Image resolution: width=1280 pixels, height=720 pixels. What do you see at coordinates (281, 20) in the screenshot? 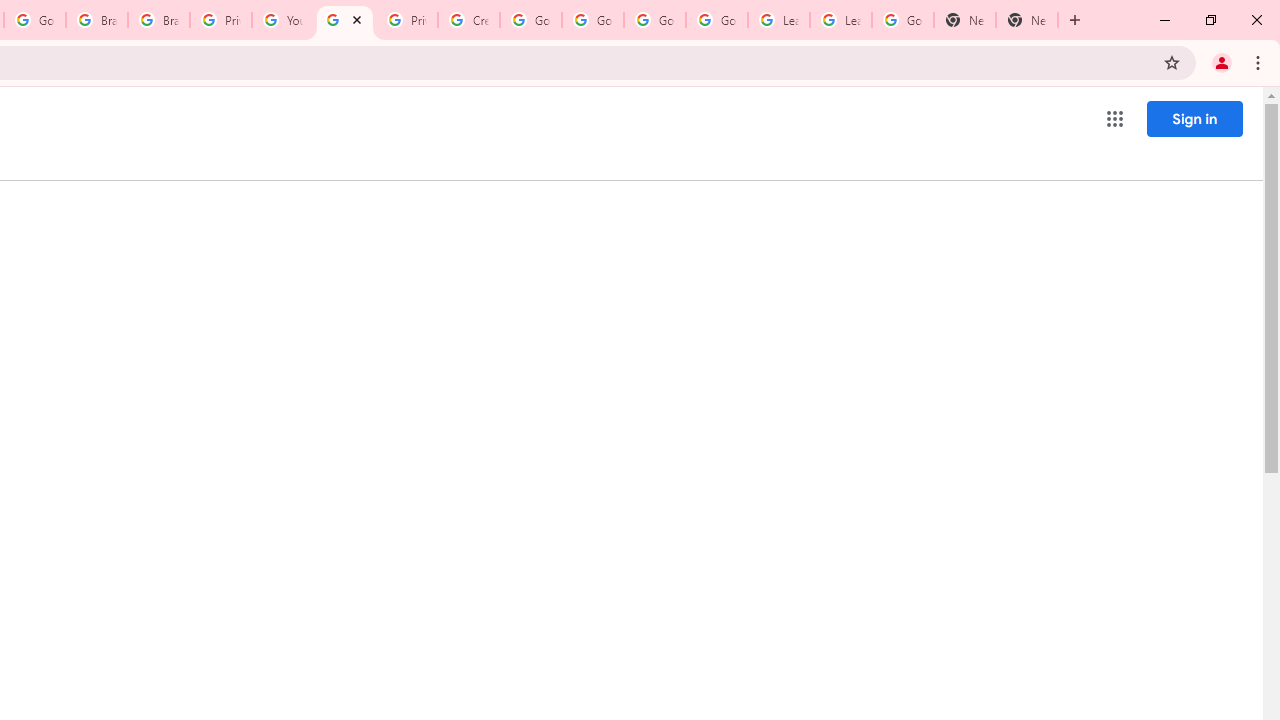
I see `'YouTube'` at bounding box center [281, 20].